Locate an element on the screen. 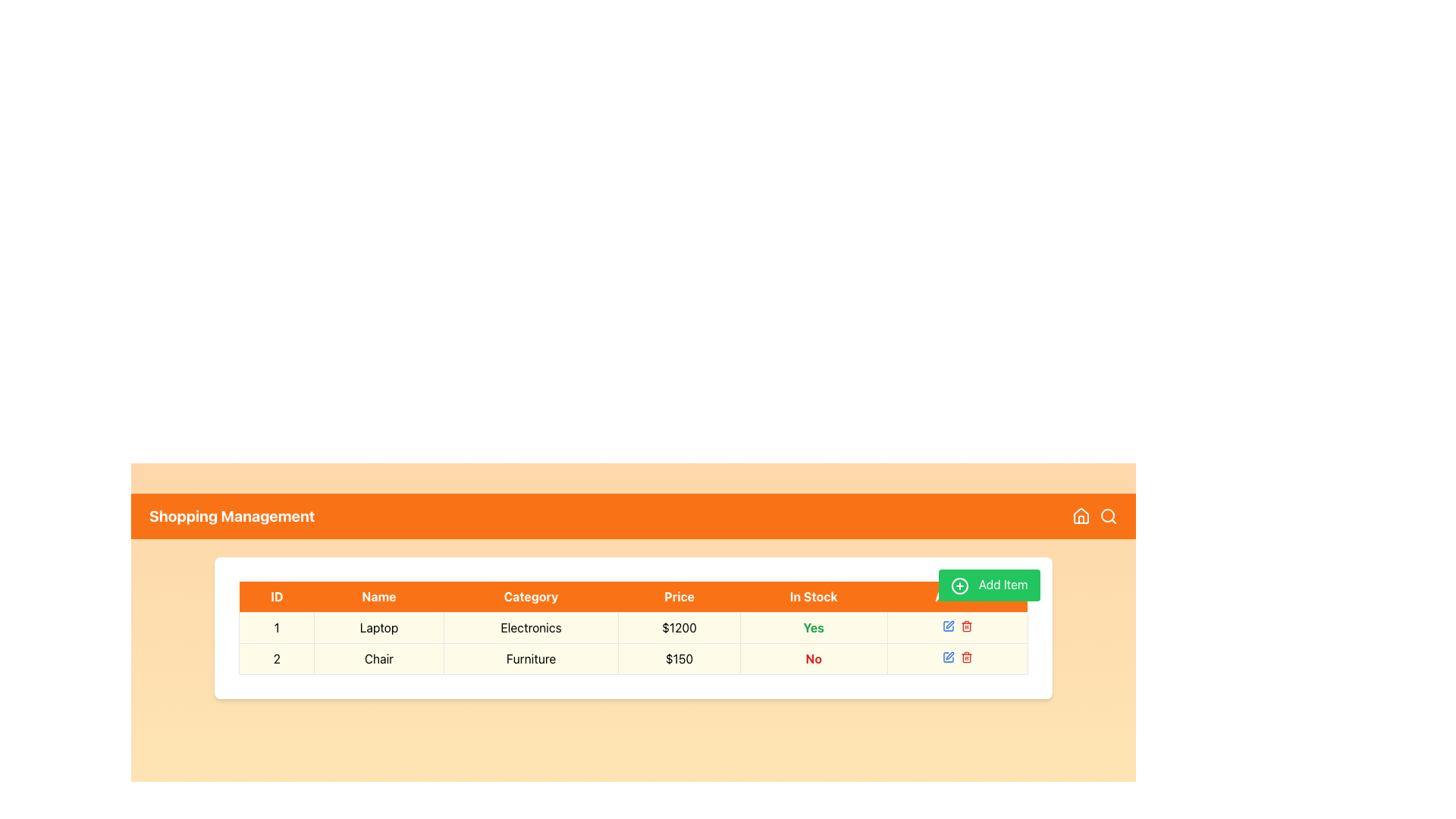 Image resolution: width=1456 pixels, height=819 pixels. the text label 'No' displayed in bold red font, located centrally in the 'In Stock' column of the second row of the data table is located at coordinates (813, 657).